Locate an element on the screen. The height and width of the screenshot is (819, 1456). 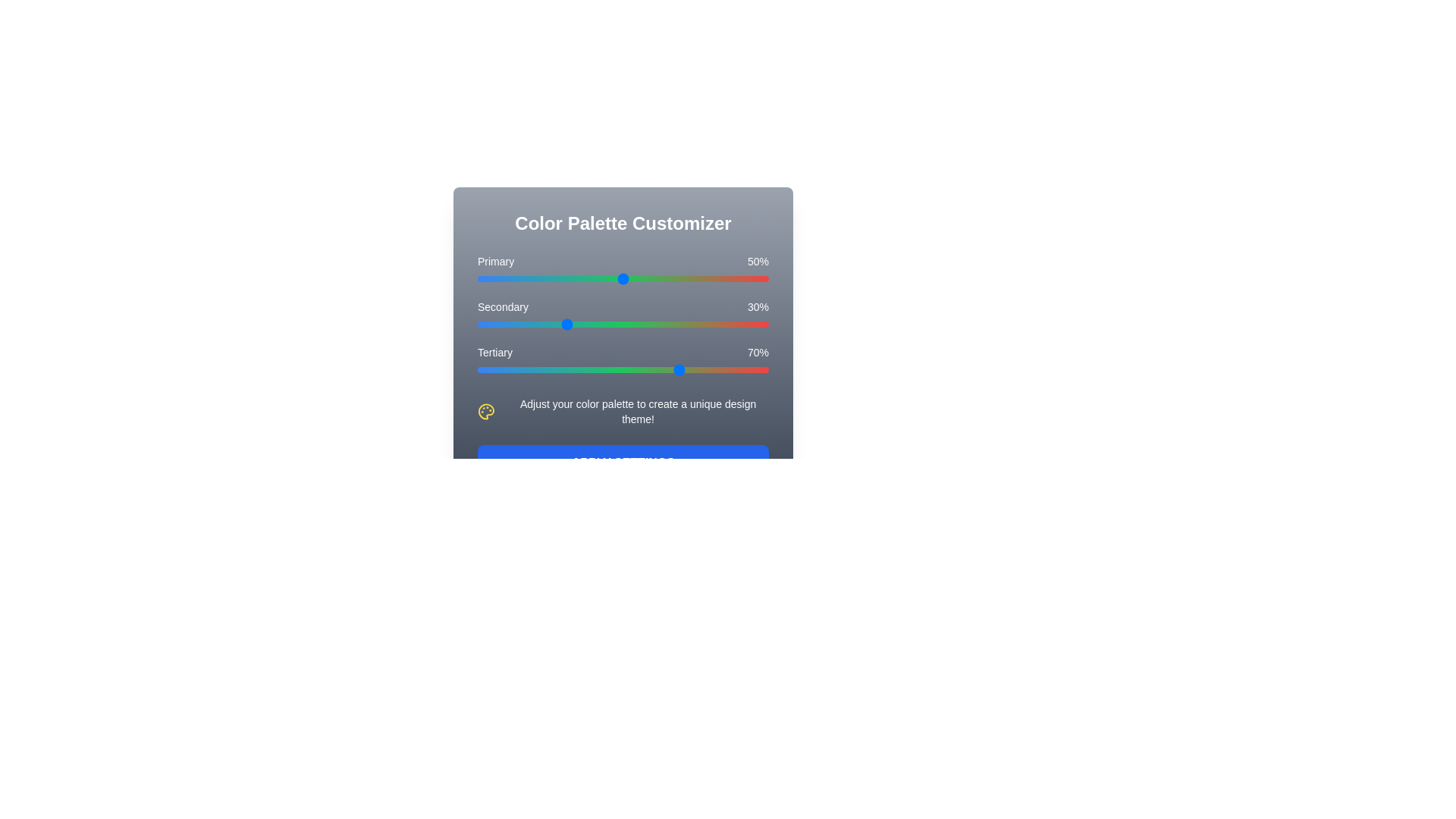
the primary color intensity is located at coordinates (683, 278).